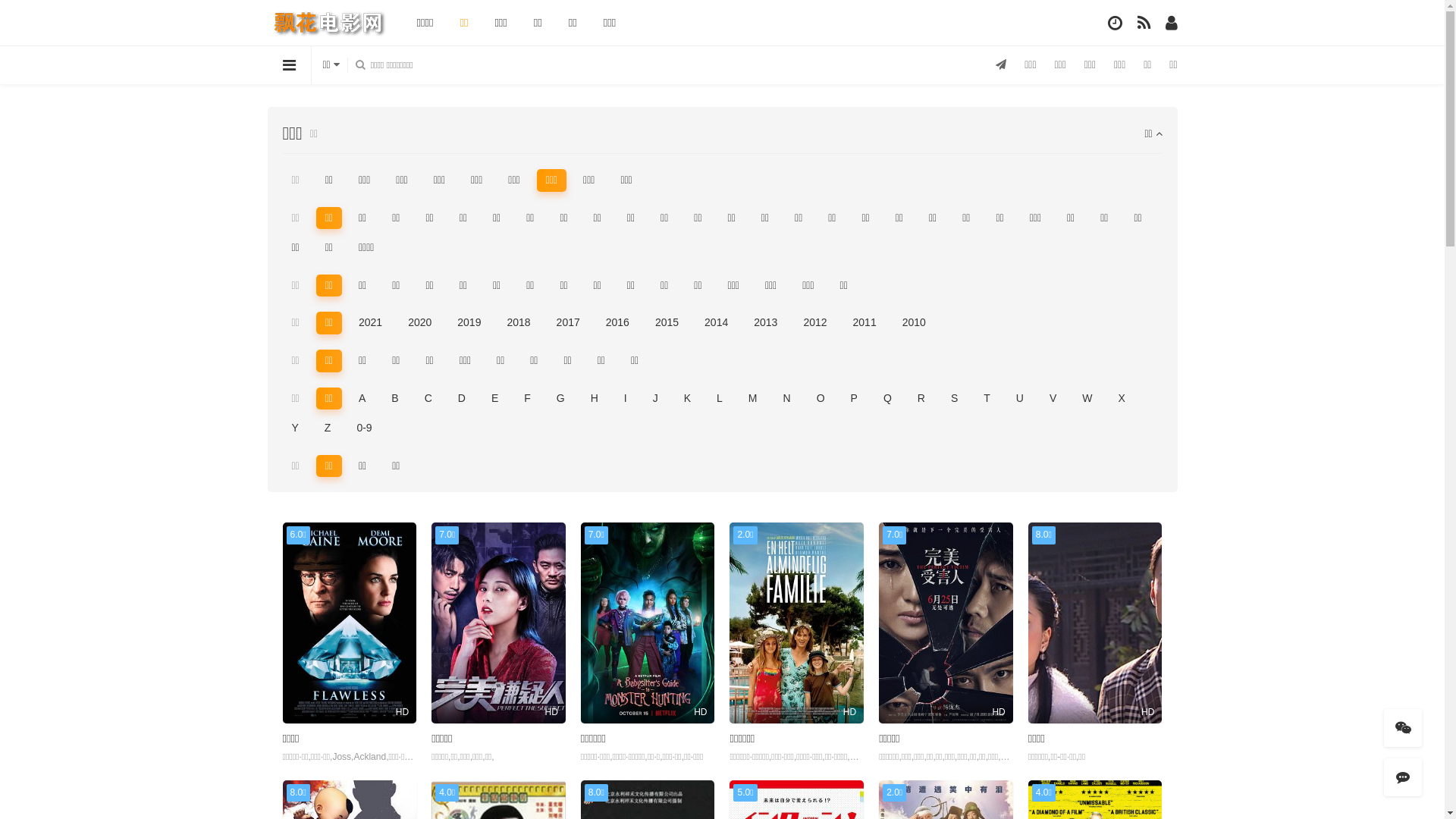 The width and height of the screenshot is (1456, 819). Describe the element at coordinates (739, 397) in the screenshot. I see `'M'` at that location.